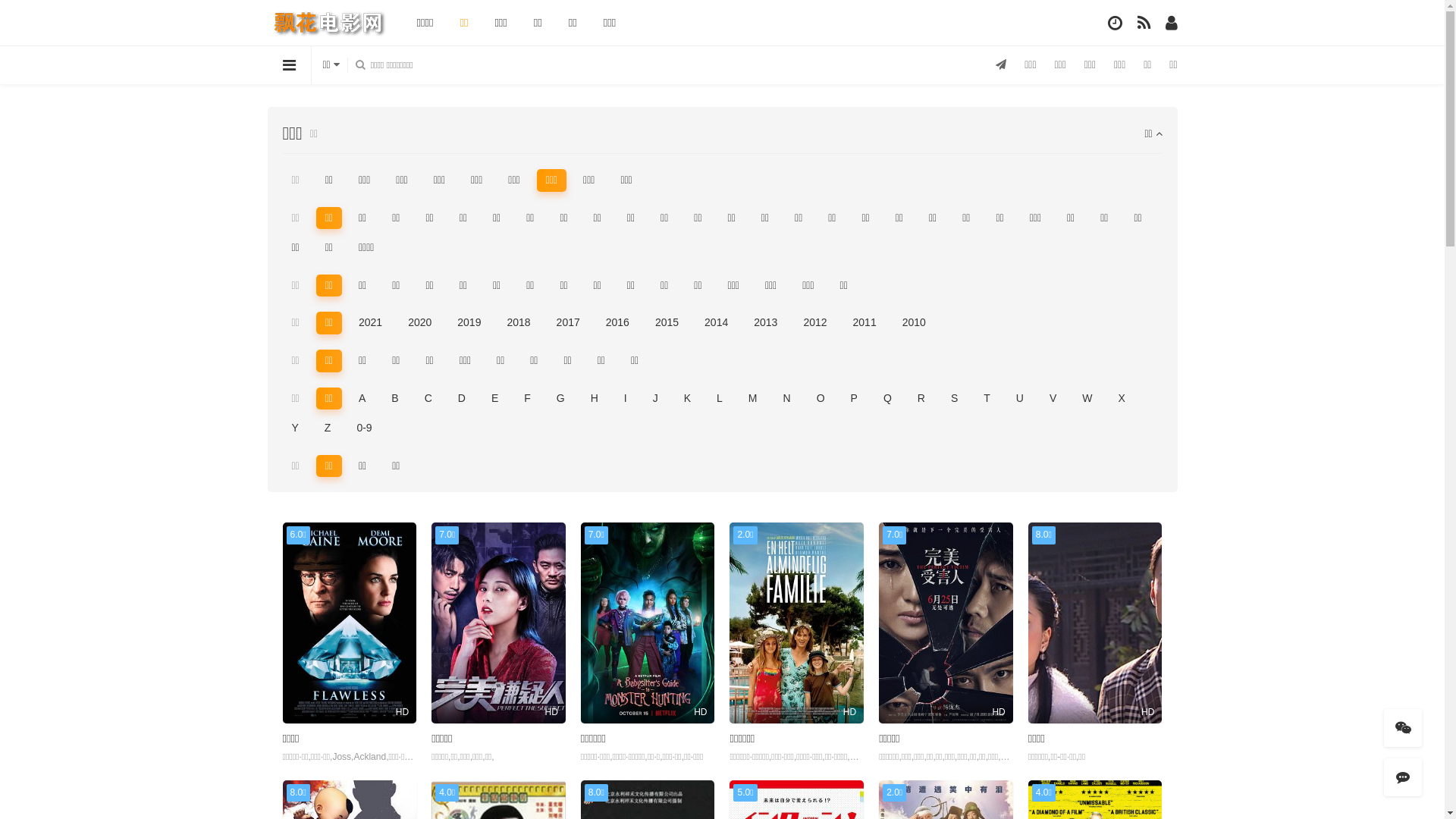 The width and height of the screenshot is (1456, 819). Describe the element at coordinates (739, 397) in the screenshot. I see `'M'` at that location.